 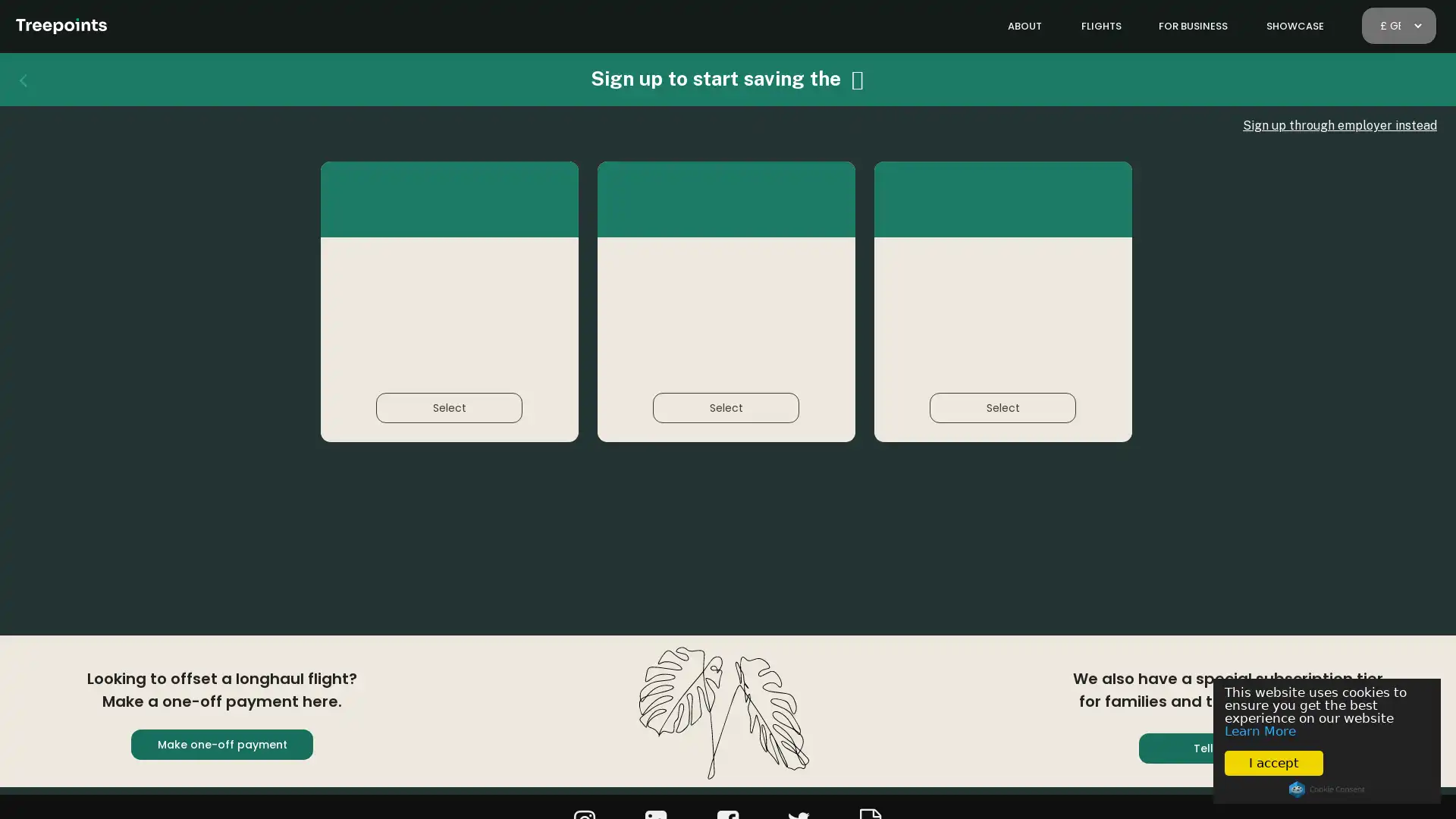 What do you see at coordinates (1003, 406) in the screenshot?
I see `Select` at bounding box center [1003, 406].